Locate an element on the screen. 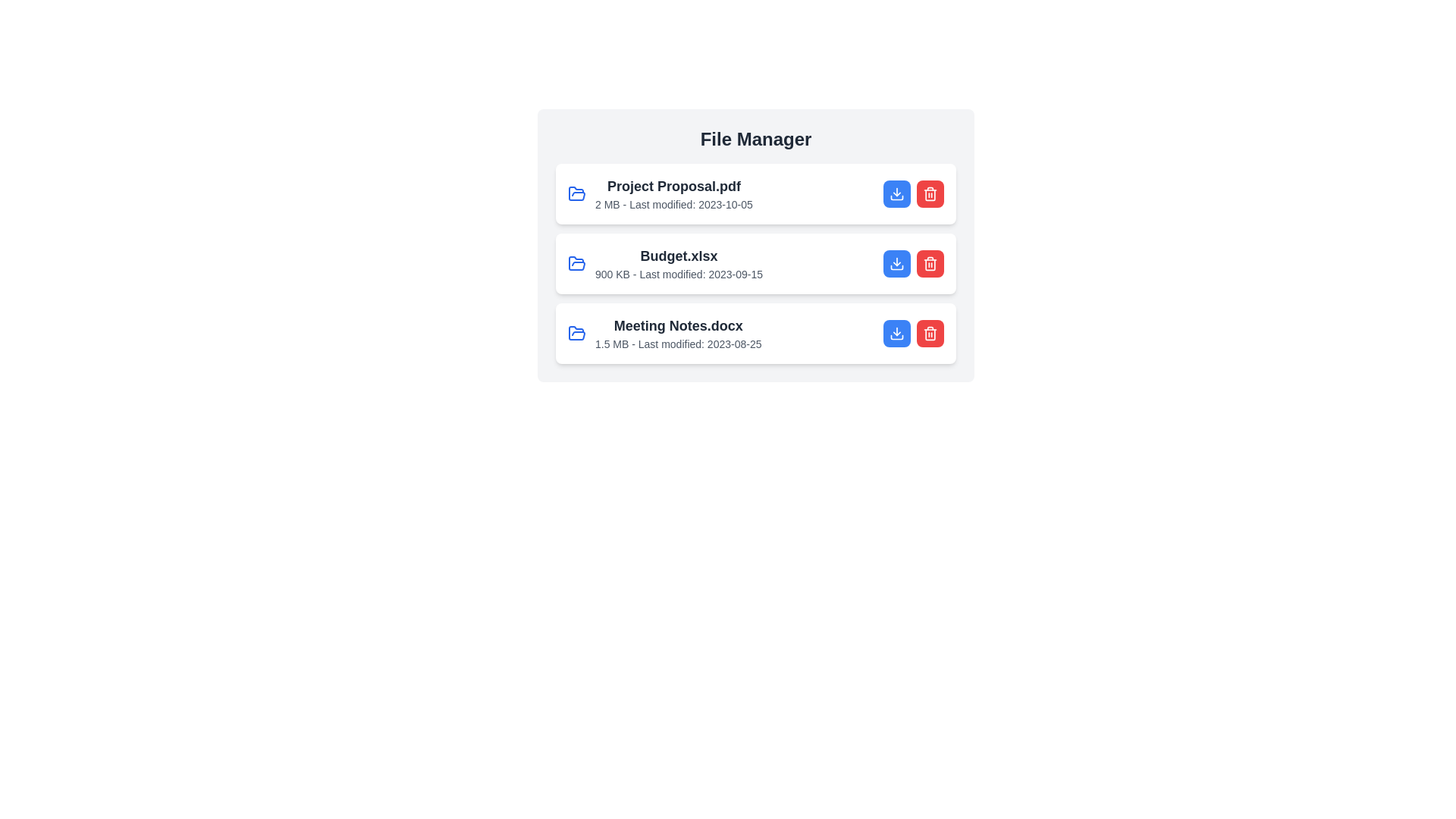  the file Meeting Notes.docx by clicking its corresponding delete button is located at coordinates (930, 332).